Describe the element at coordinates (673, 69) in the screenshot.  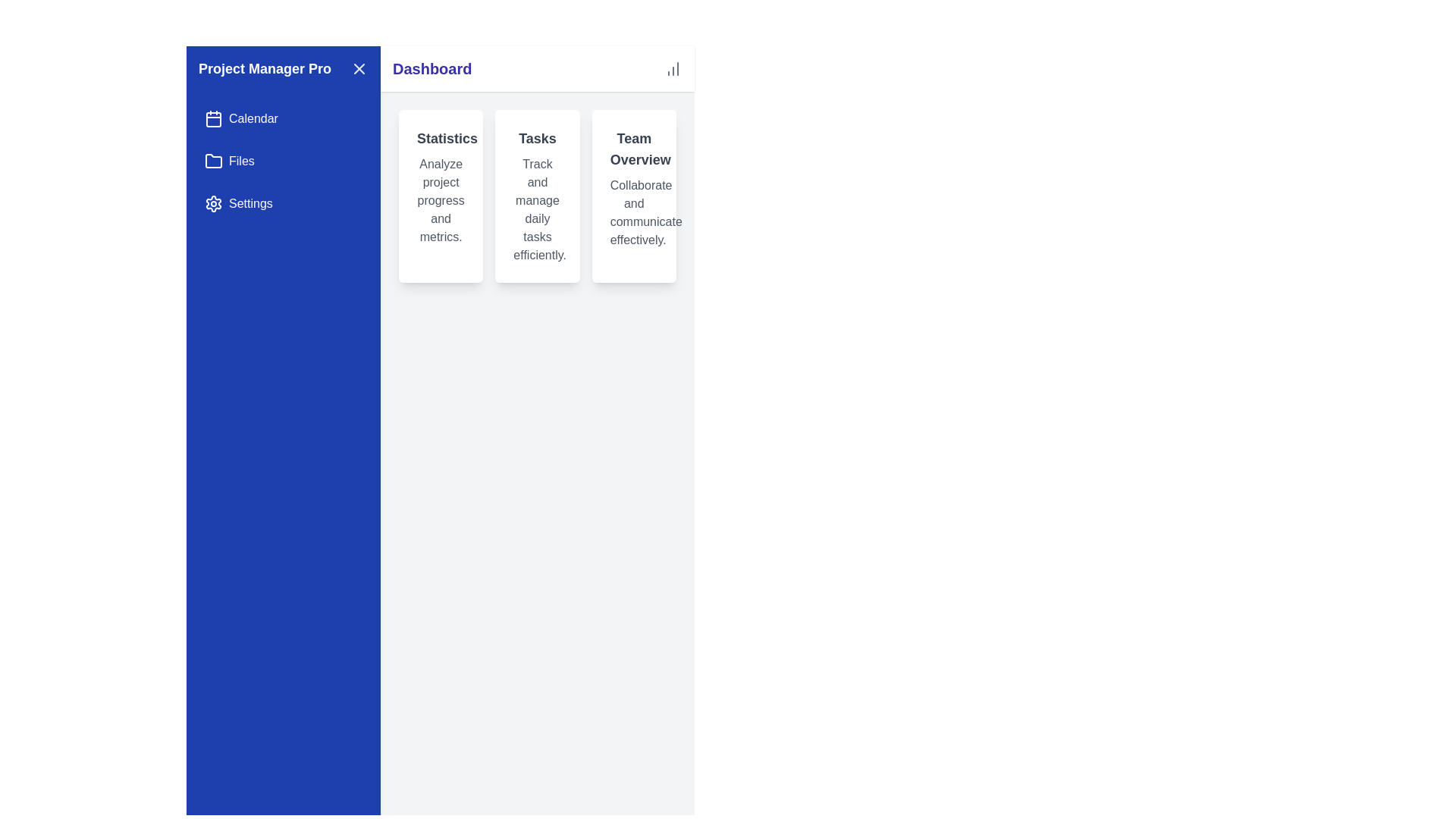
I see `the data visualization icon located at the top-right corner of the 'Dashboard' header section` at that location.